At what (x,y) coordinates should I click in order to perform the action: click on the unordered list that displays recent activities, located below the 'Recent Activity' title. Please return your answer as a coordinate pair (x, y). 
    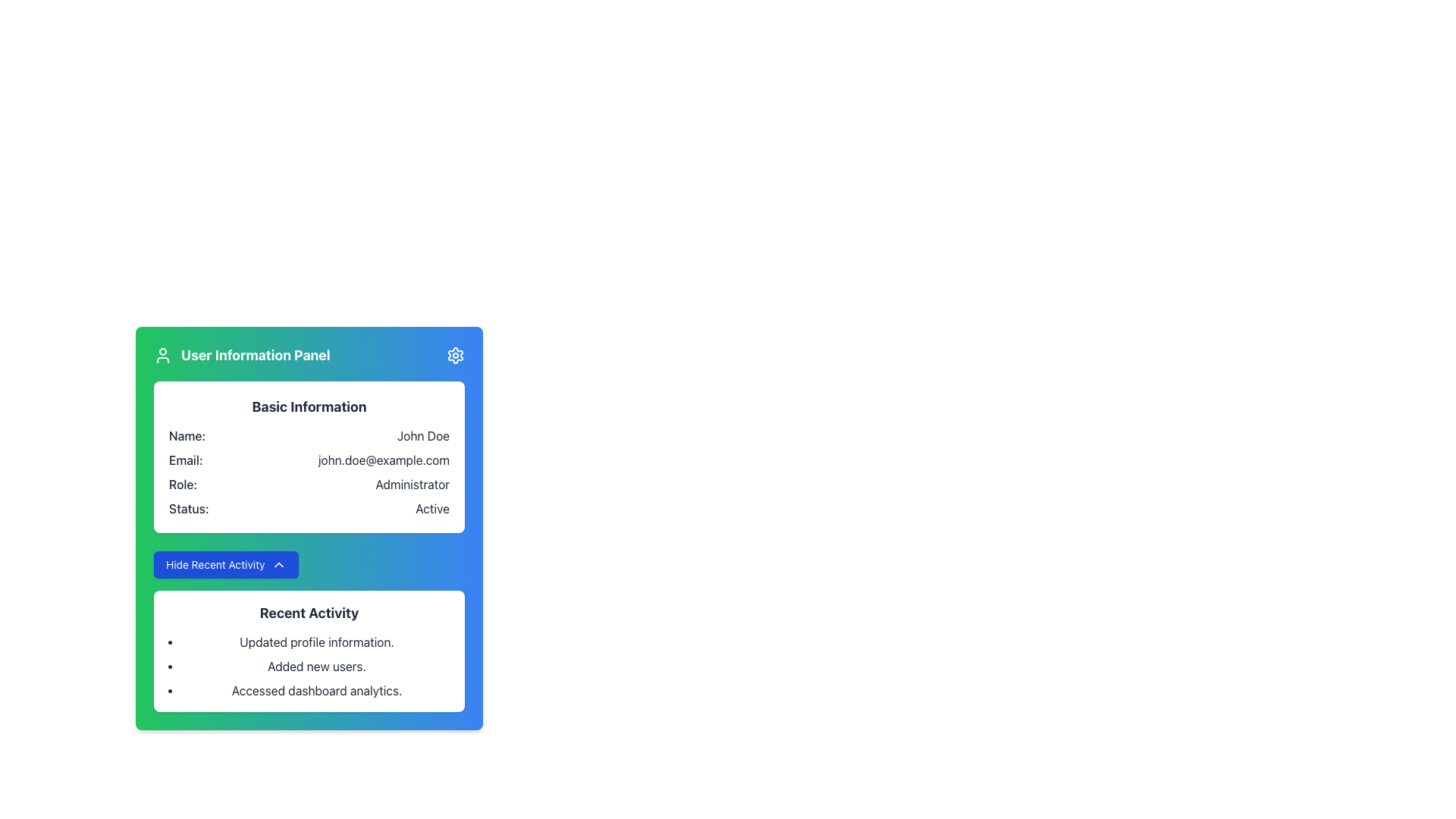
    Looking at the image, I should click on (309, 666).